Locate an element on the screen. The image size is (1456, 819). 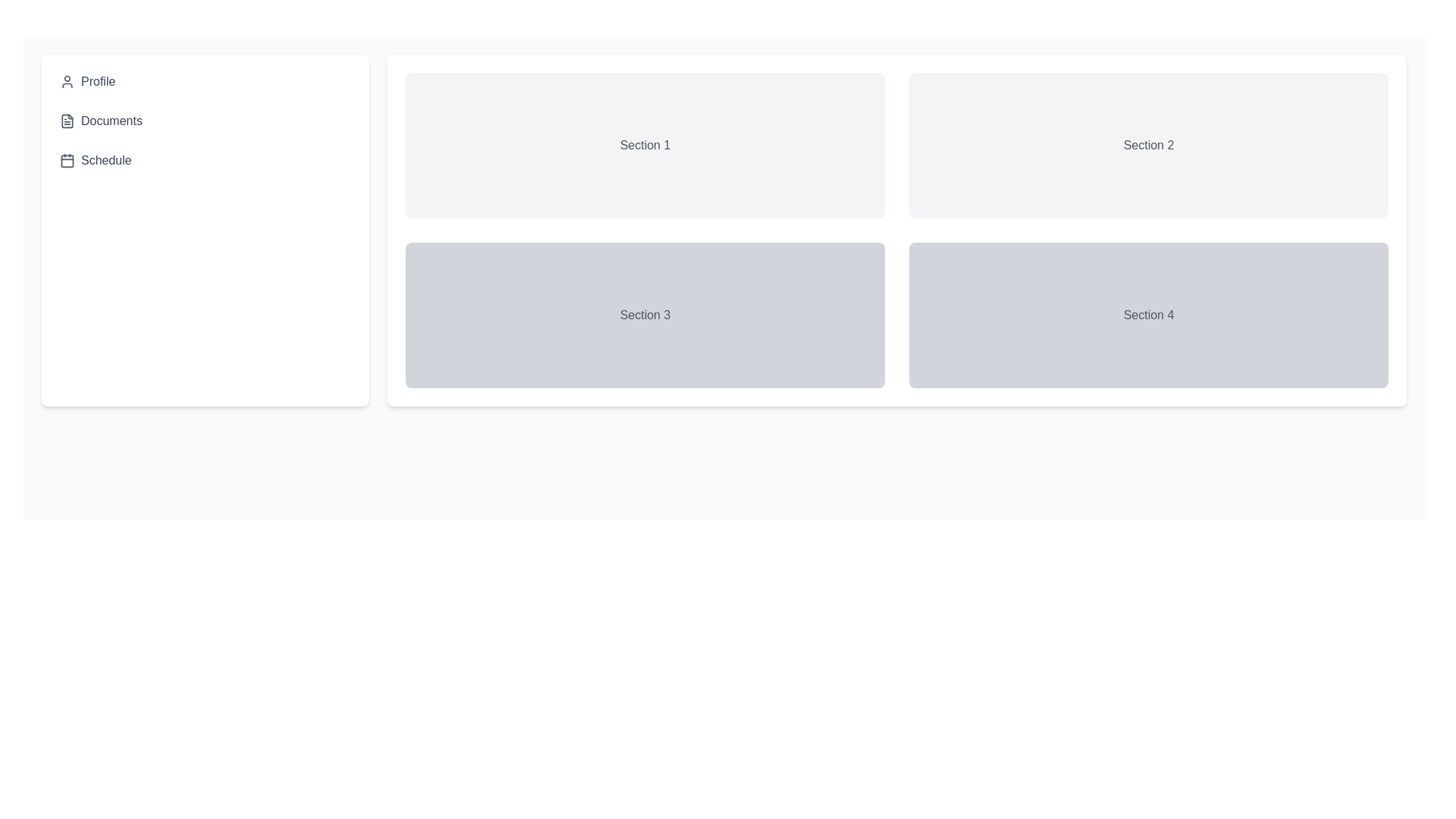
the 'Documents' text label, which is styled in gray and located is located at coordinates (111, 120).